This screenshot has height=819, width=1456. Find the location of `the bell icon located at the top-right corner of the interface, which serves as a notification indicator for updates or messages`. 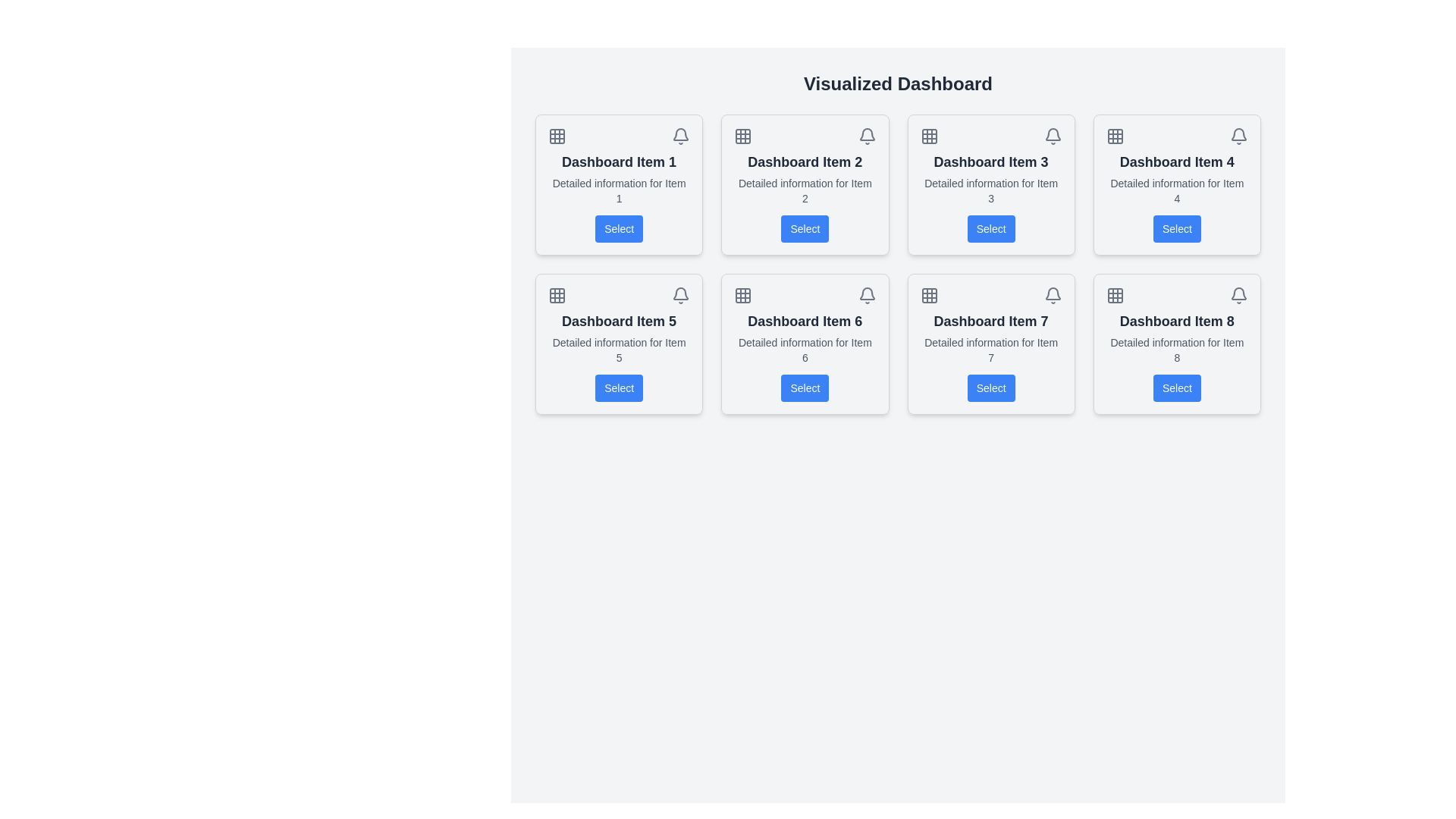

the bell icon located at the top-right corner of the interface, which serves as a notification indicator for updates or messages is located at coordinates (867, 136).